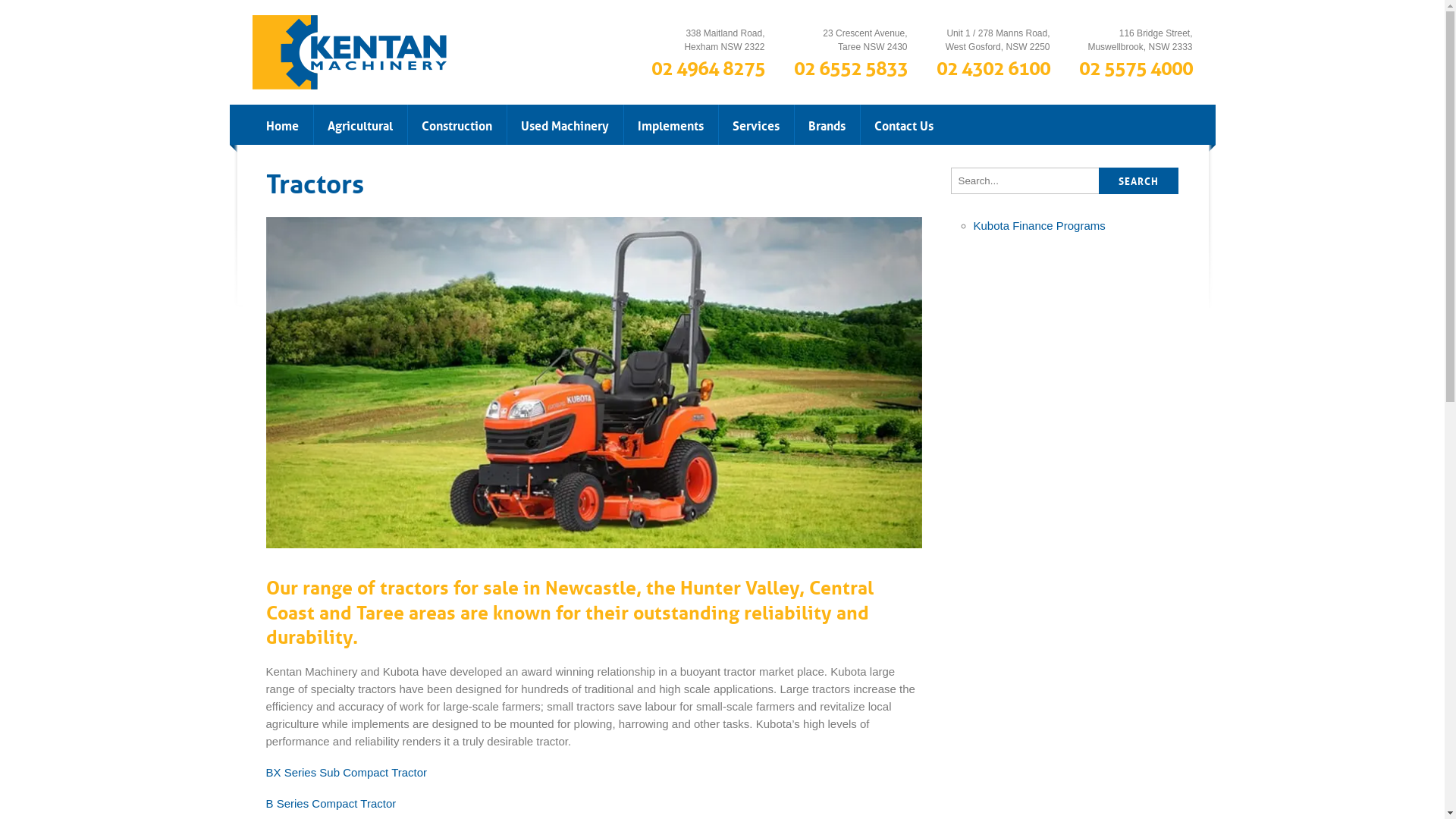 This screenshot has width=1456, height=819. What do you see at coordinates (330, 802) in the screenshot?
I see `'B Series Compact Tractor'` at bounding box center [330, 802].